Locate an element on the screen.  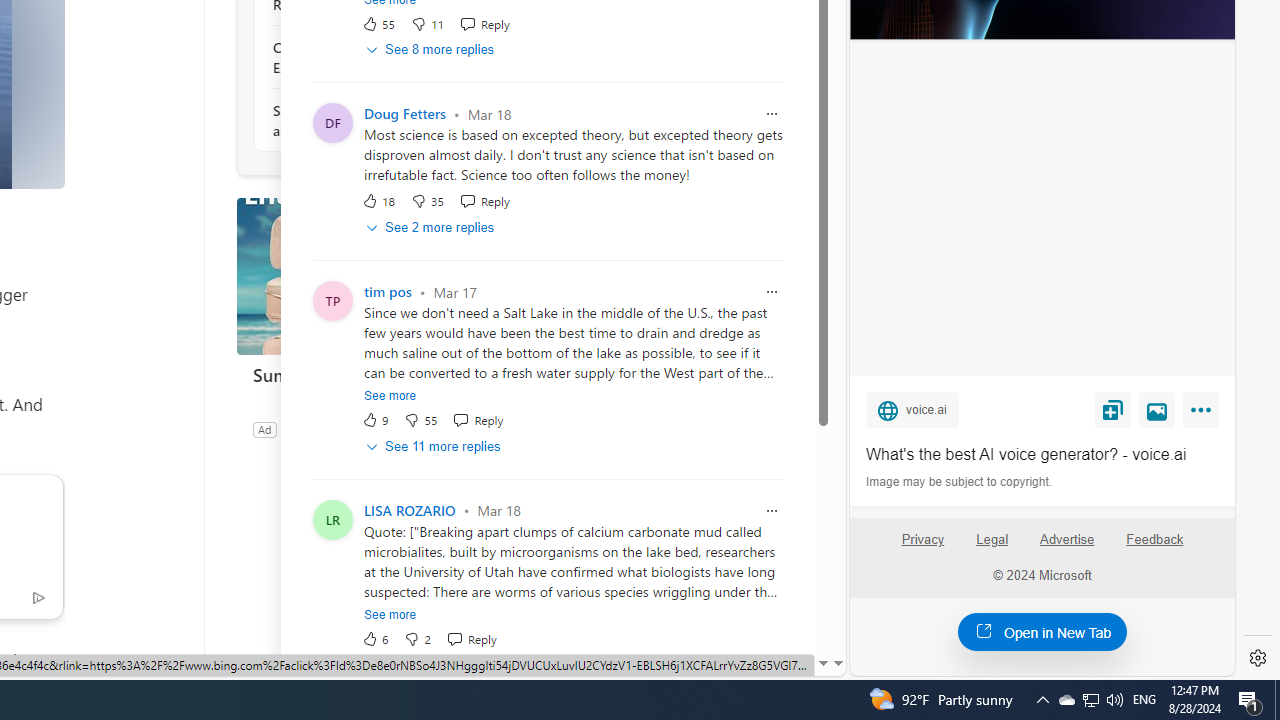
'Reply Reply Comment' is located at coordinates (470, 638).